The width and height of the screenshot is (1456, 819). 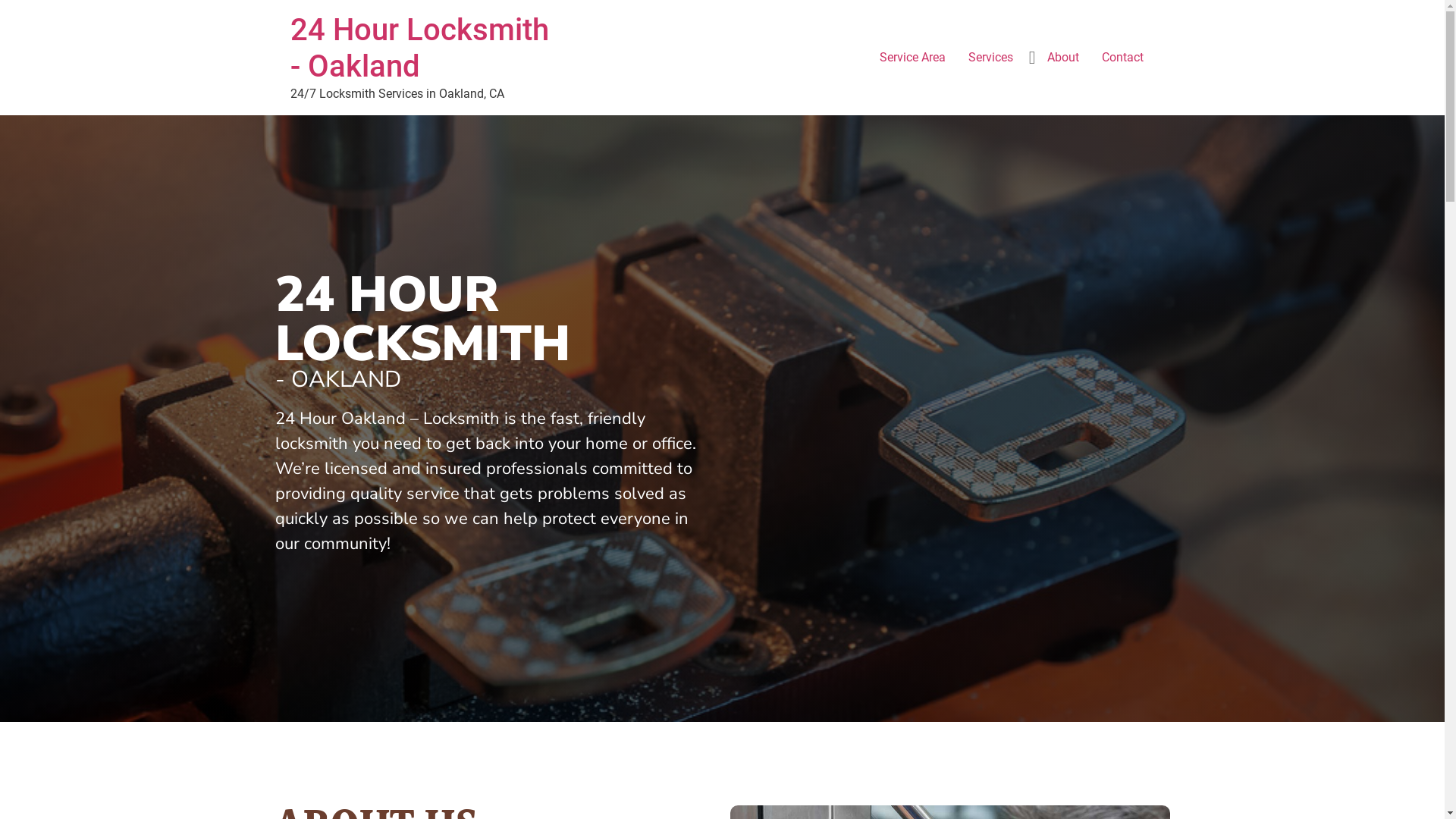 What do you see at coordinates (1035, 57) in the screenshot?
I see `'About'` at bounding box center [1035, 57].